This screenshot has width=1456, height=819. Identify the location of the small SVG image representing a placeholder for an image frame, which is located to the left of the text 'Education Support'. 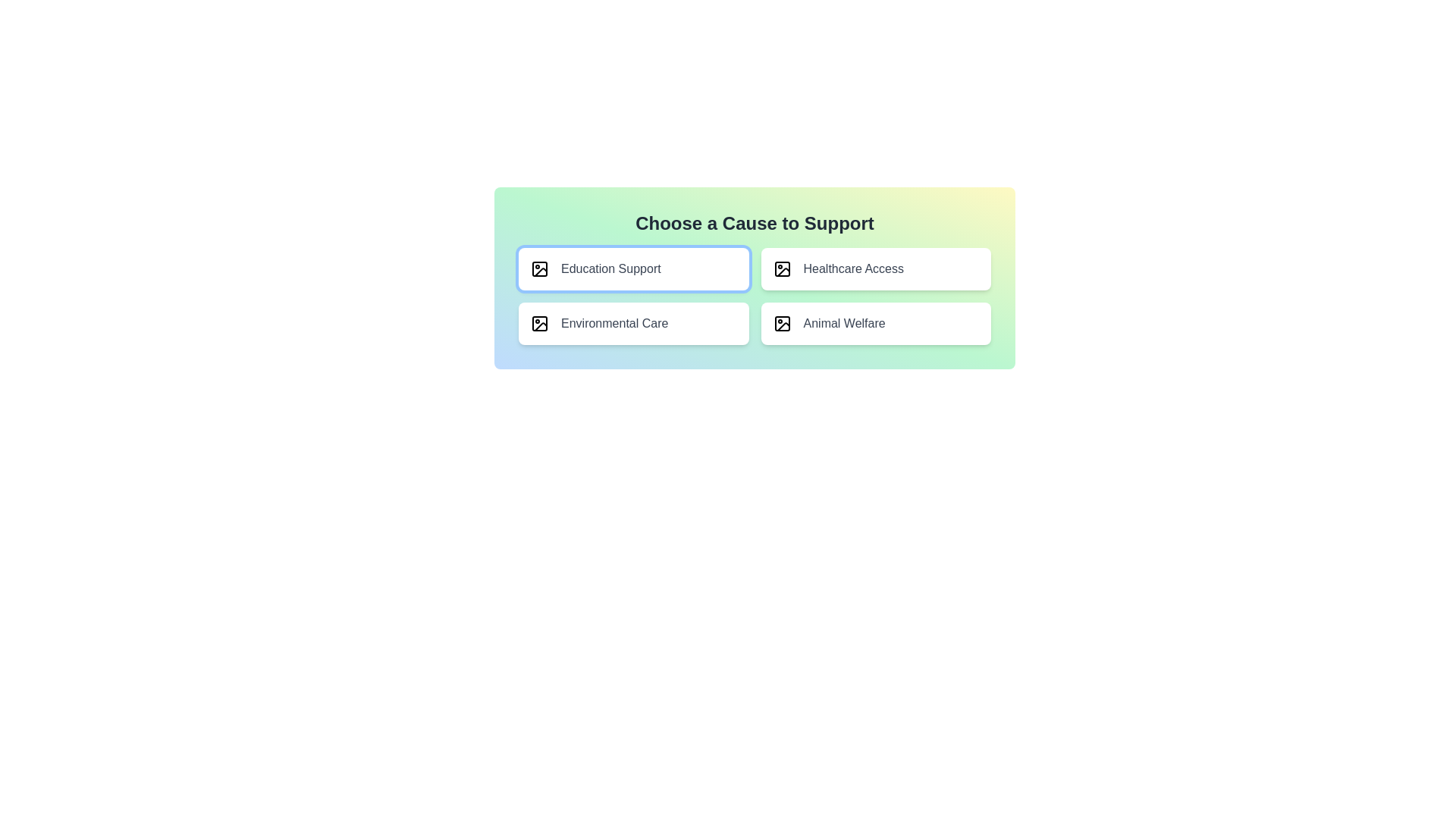
(539, 268).